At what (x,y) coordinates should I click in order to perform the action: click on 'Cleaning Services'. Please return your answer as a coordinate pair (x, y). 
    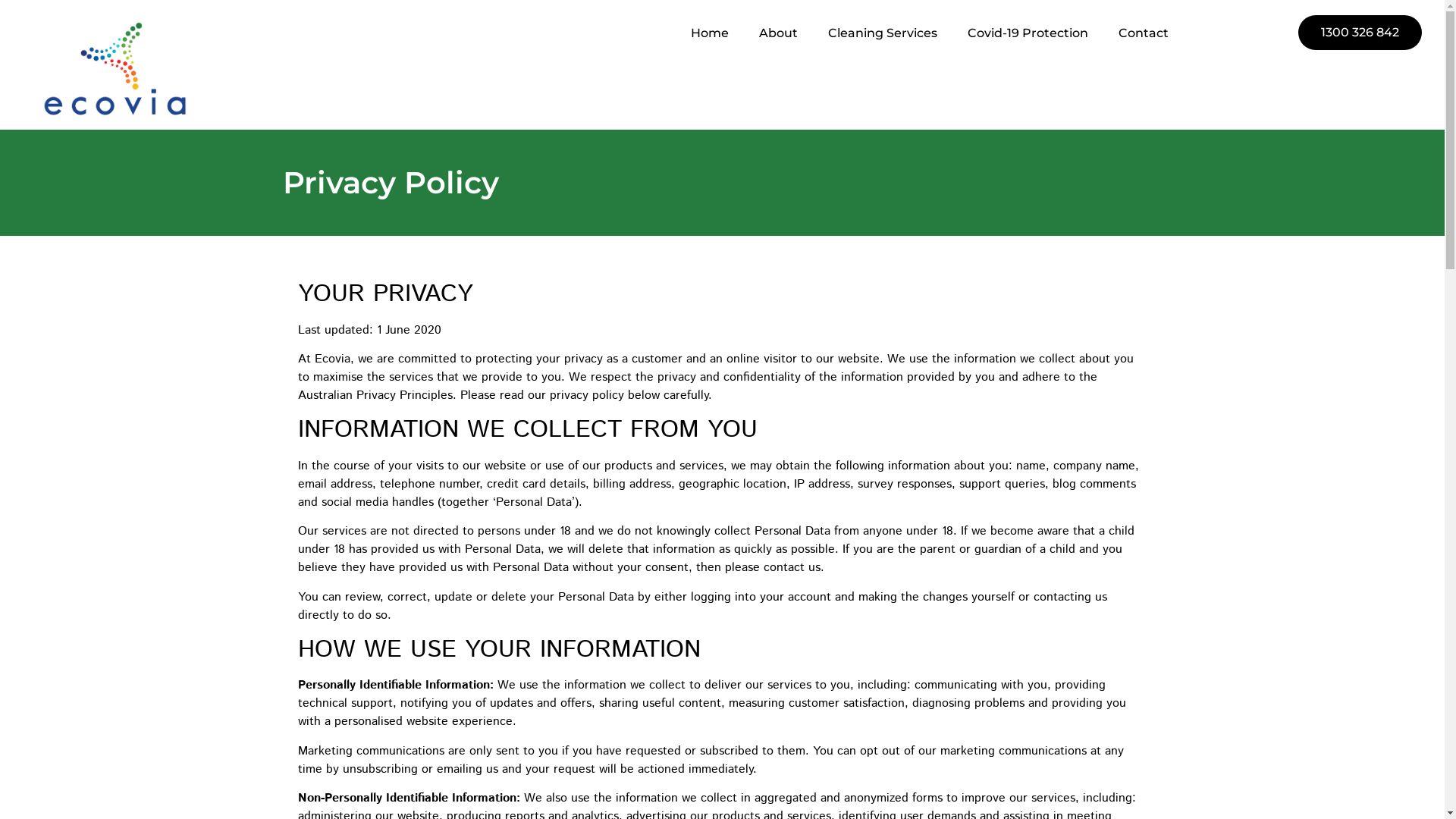
    Looking at the image, I should click on (882, 33).